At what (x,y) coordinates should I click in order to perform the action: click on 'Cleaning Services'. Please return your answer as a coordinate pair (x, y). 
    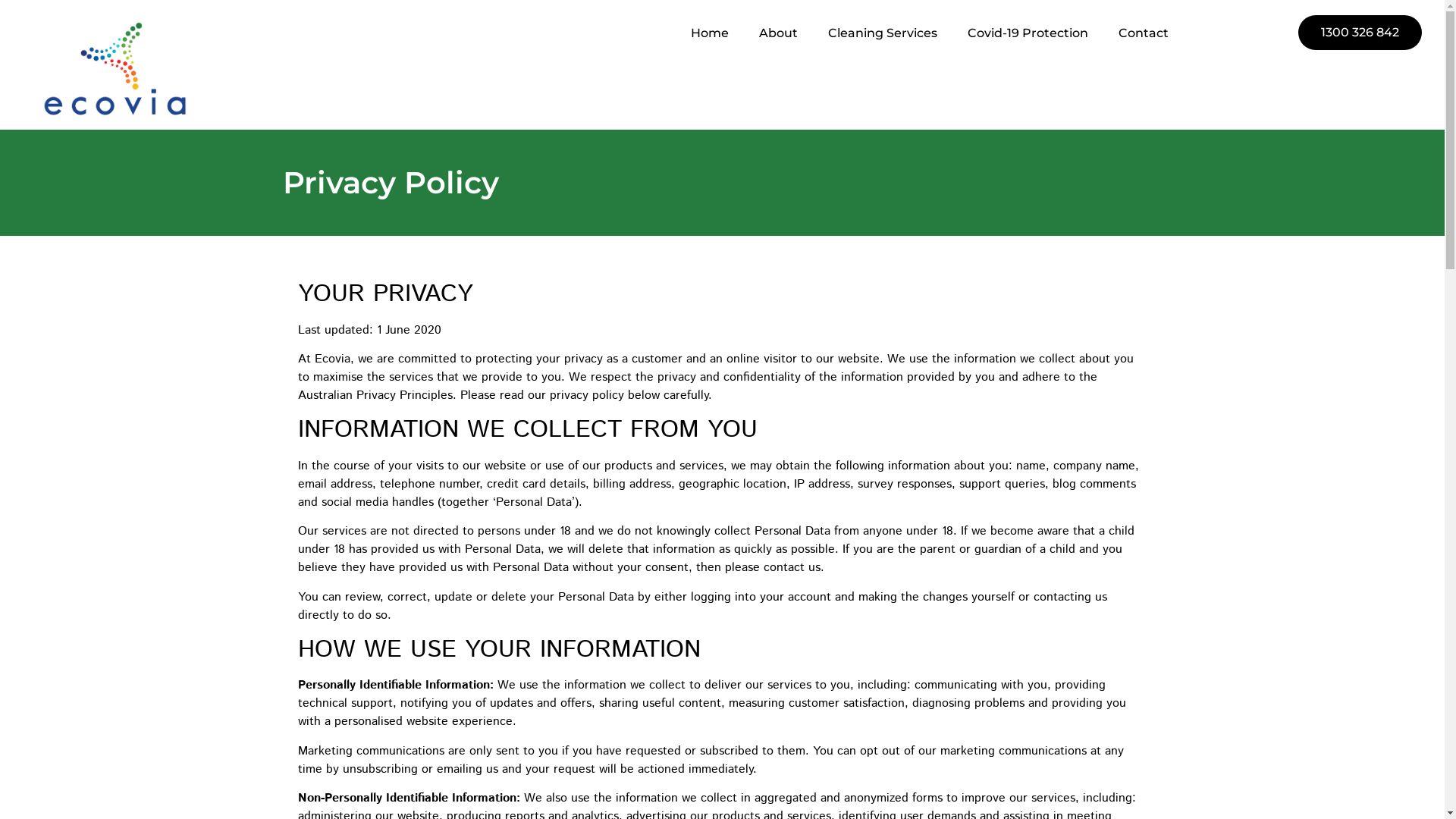
    Looking at the image, I should click on (882, 33).